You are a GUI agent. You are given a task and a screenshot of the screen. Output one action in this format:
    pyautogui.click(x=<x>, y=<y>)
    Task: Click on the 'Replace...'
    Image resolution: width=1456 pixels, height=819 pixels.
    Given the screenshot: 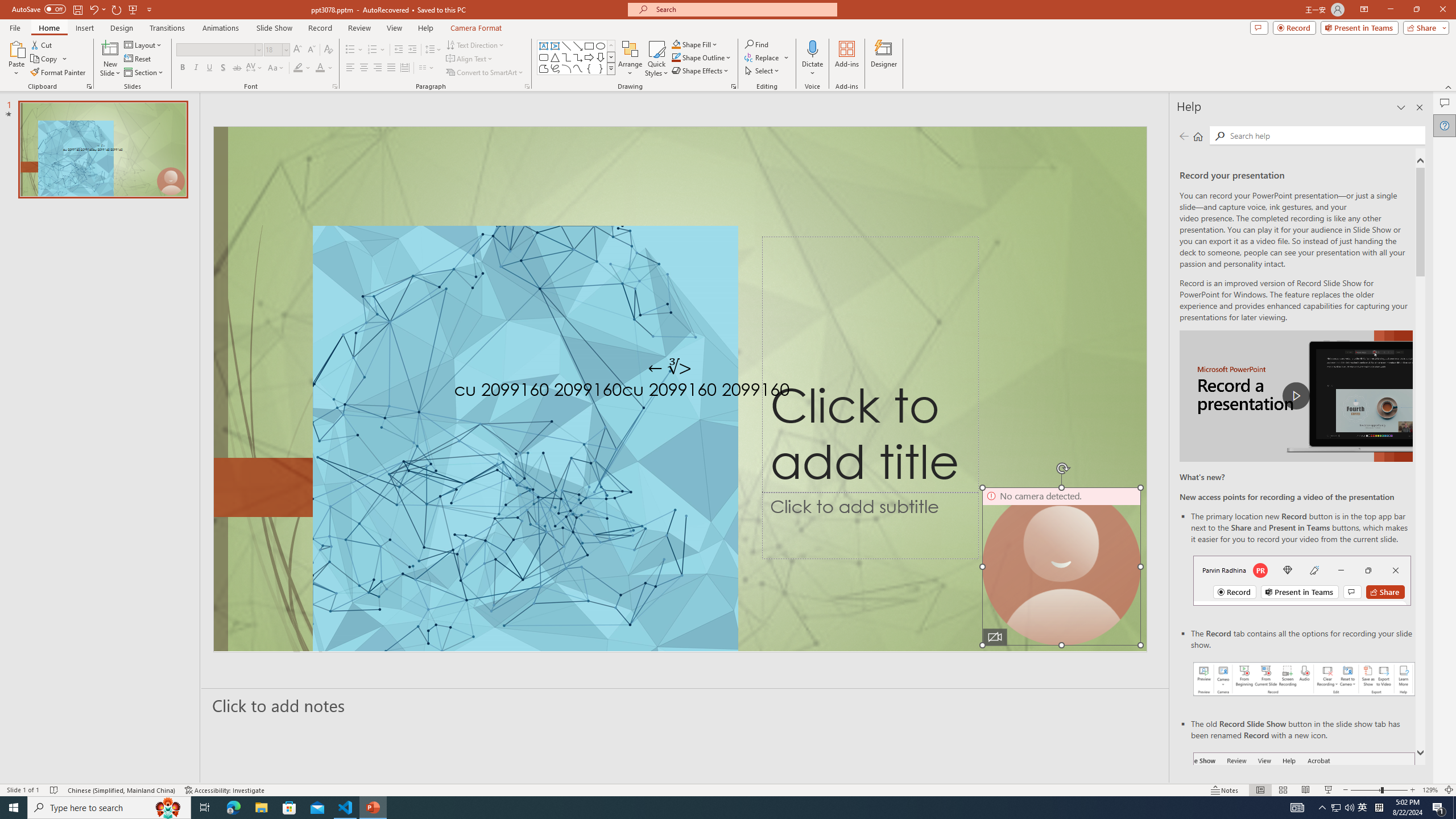 What is the action you would take?
    pyautogui.click(x=763, y=56)
    